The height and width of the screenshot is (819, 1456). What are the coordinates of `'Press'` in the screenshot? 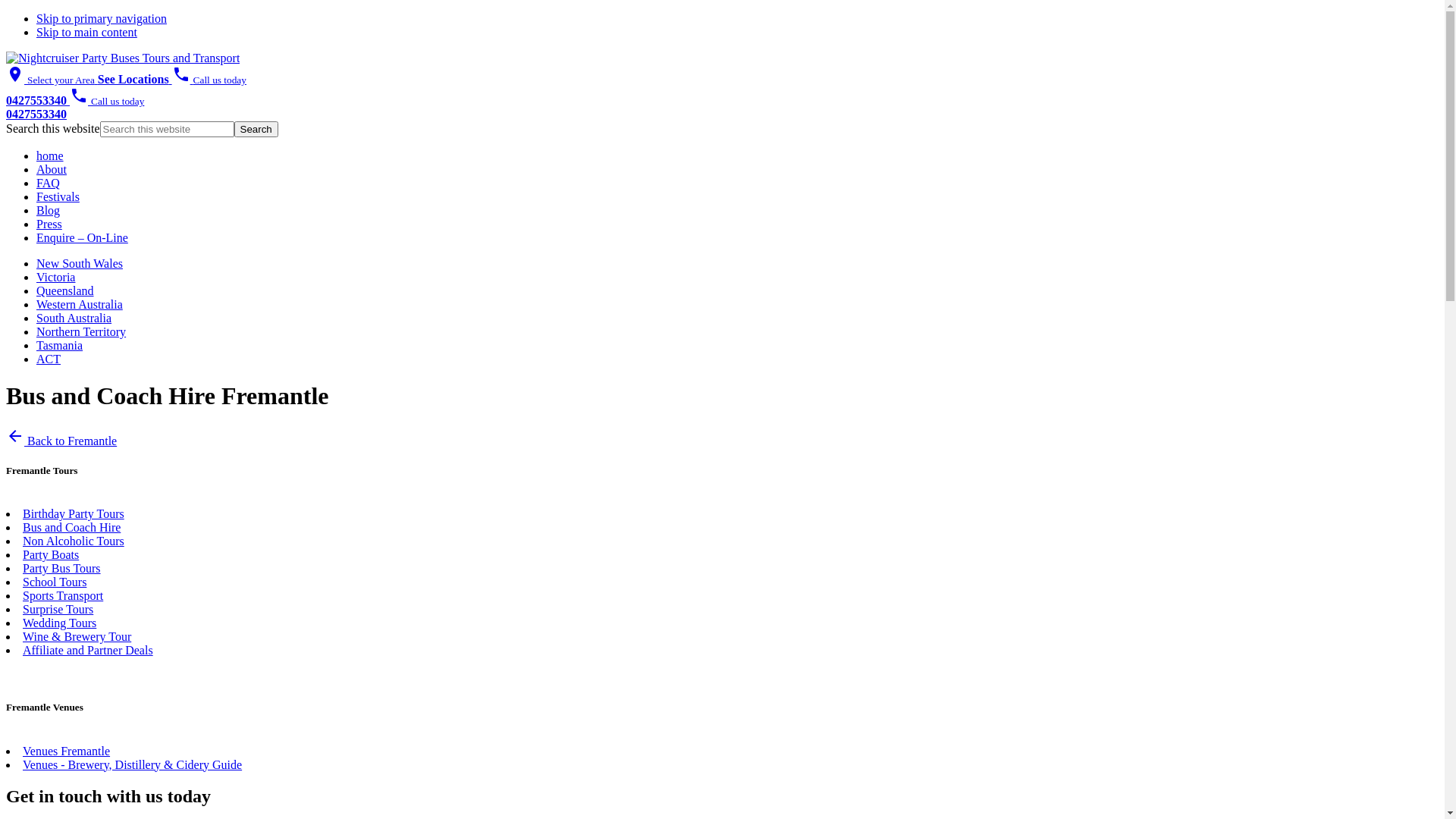 It's located at (36, 224).